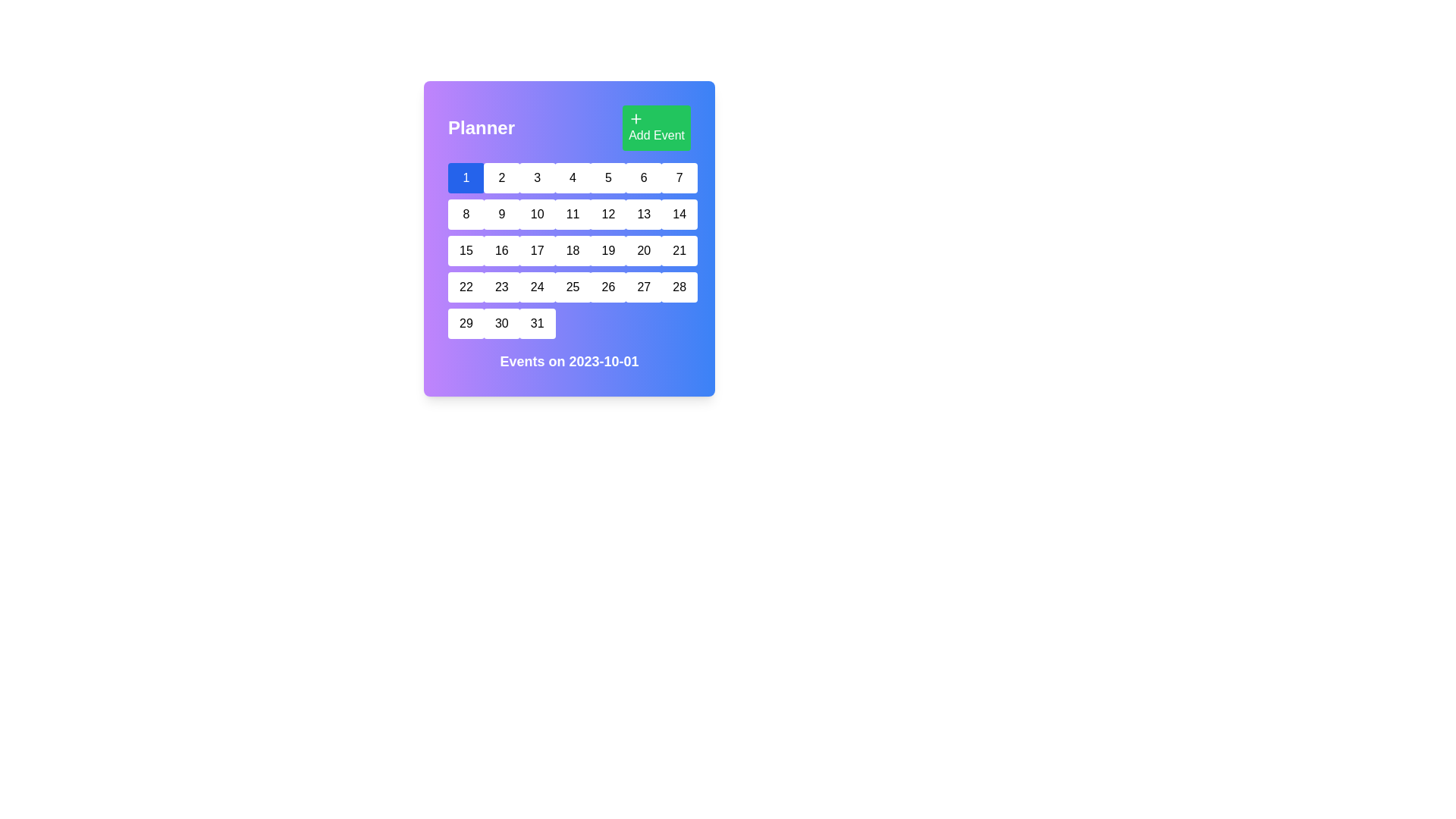 Image resolution: width=1456 pixels, height=819 pixels. I want to click on the selectable button representing the sixth day of the month in the calendar, so click(644, 177).